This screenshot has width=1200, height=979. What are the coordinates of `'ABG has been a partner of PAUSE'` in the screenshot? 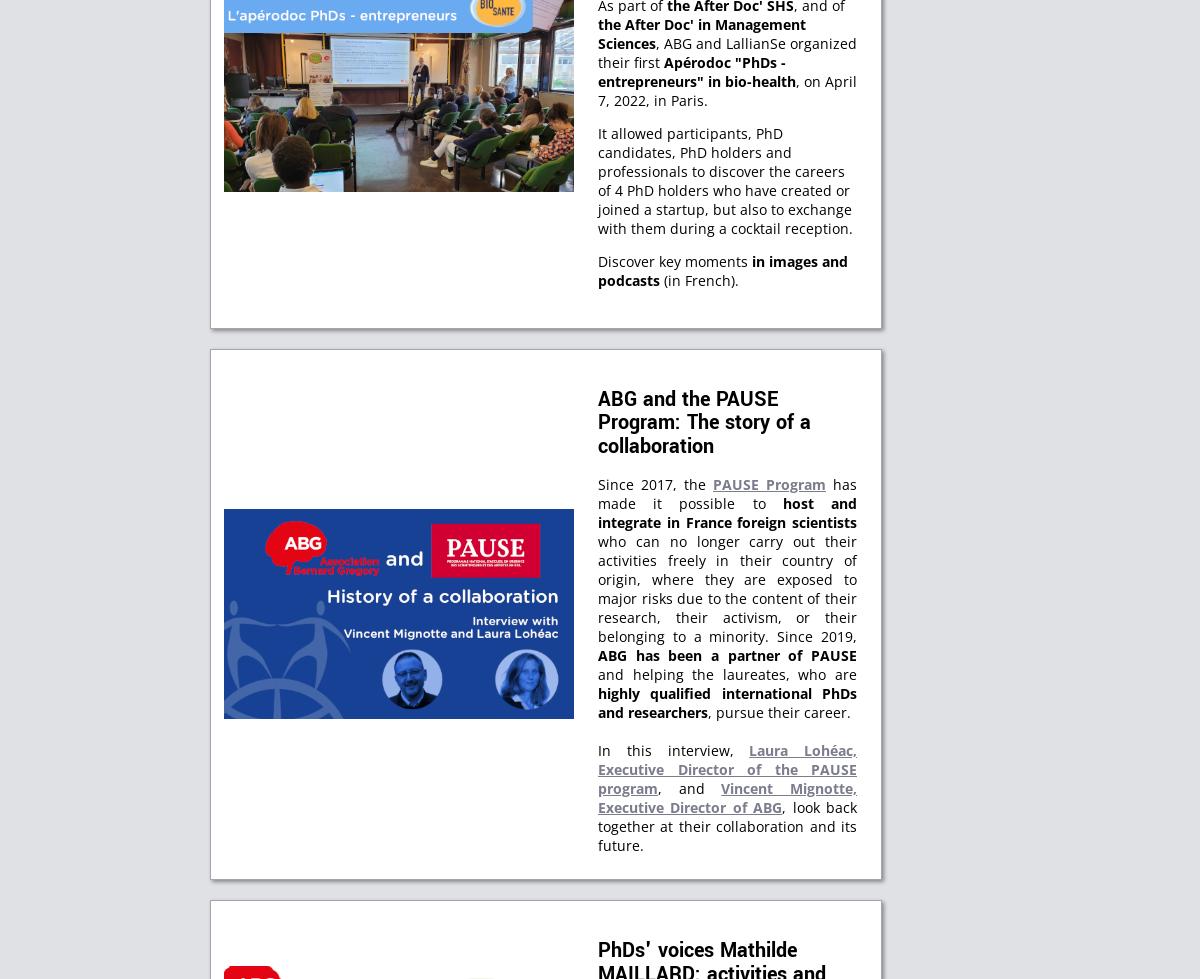 It's located at (596, 654).